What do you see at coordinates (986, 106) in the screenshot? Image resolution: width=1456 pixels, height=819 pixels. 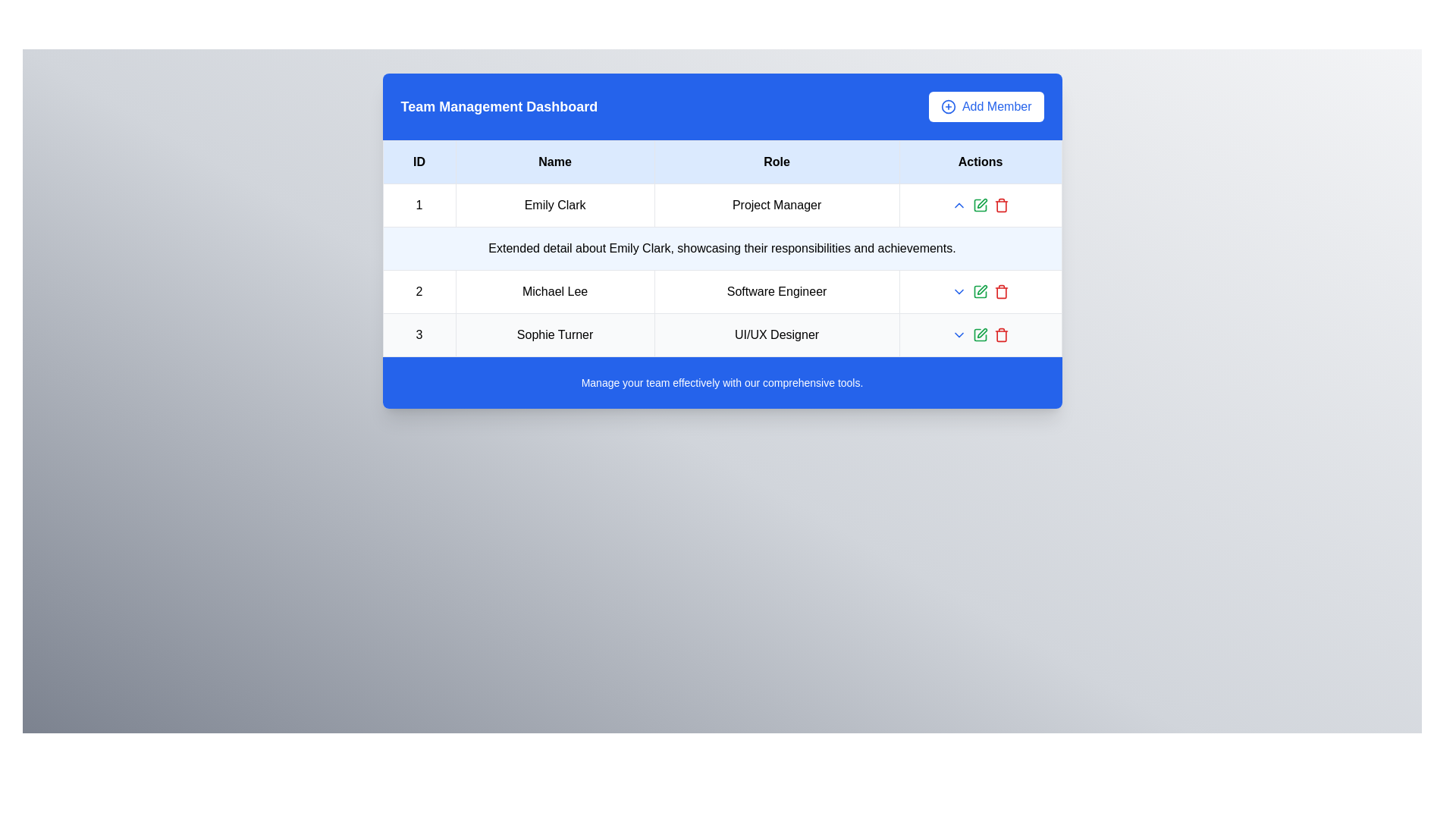 I see `the 'Add Member' button located on the top-right corner of the blue header bar, which features a white background, blue text, and a plus sign icon` at bounding box center [986, 106].